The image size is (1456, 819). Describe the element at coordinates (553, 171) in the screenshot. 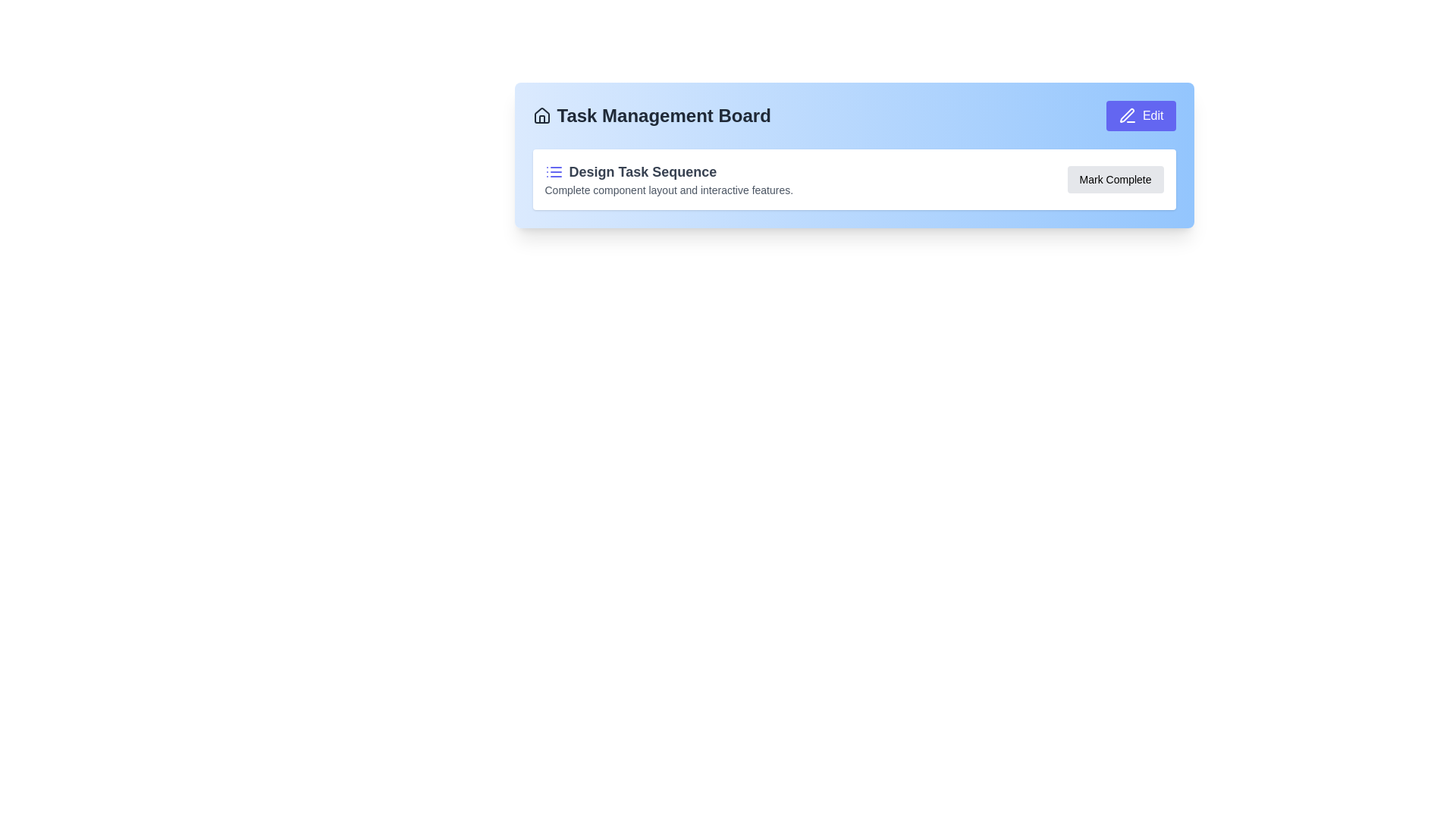

I see `the indigo-colored list icon with three horizontal lines located in the 'Design Task Sequence' section, positioned on the leftmost side adjacent to the title text` at that location.